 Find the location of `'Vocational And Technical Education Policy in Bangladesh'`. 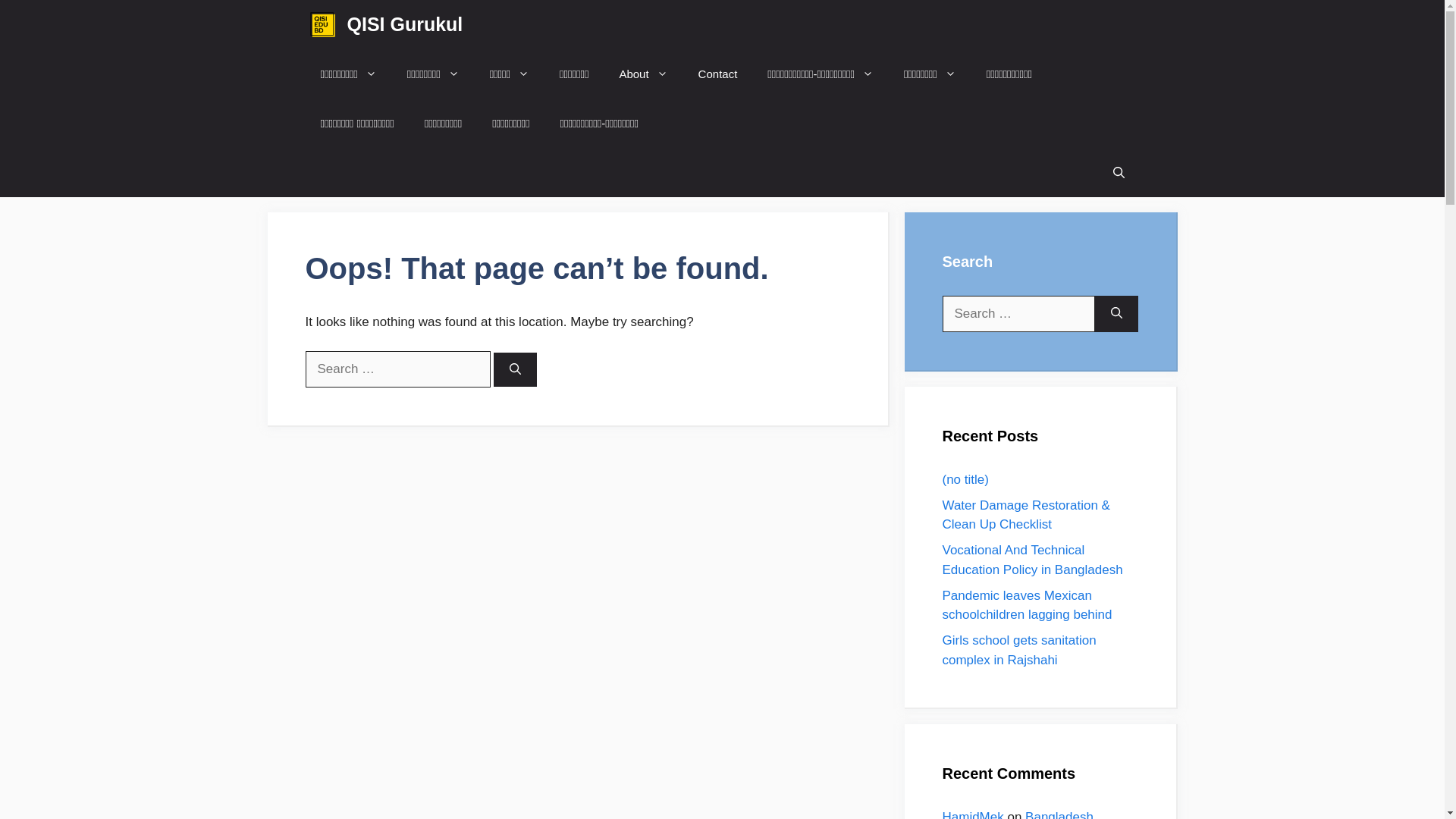

'Vocational And Technical Education Policy in Bangladesh' is located at coordinates (1031, 560).